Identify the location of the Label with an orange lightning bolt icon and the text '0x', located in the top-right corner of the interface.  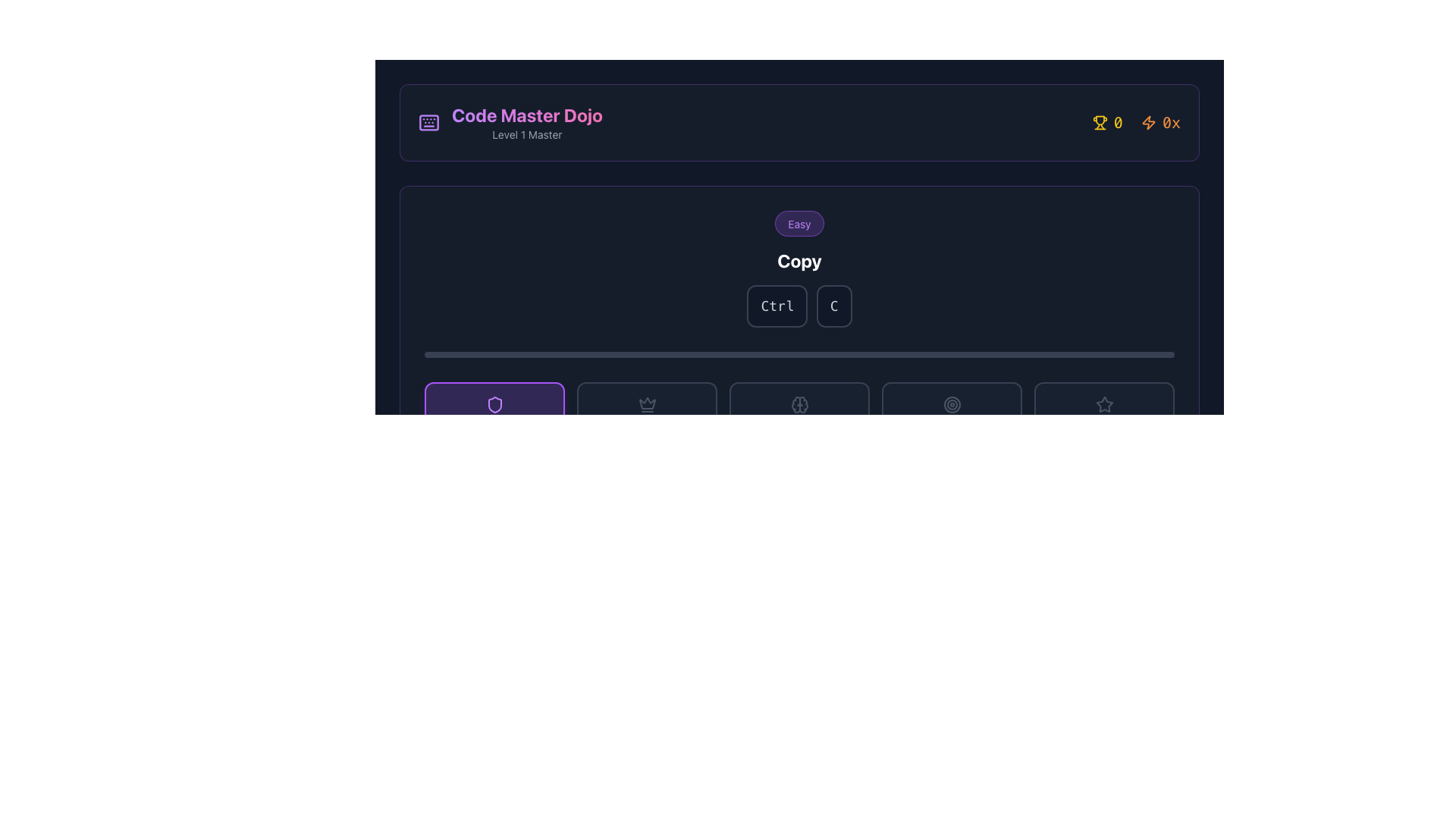
(1160, 122).